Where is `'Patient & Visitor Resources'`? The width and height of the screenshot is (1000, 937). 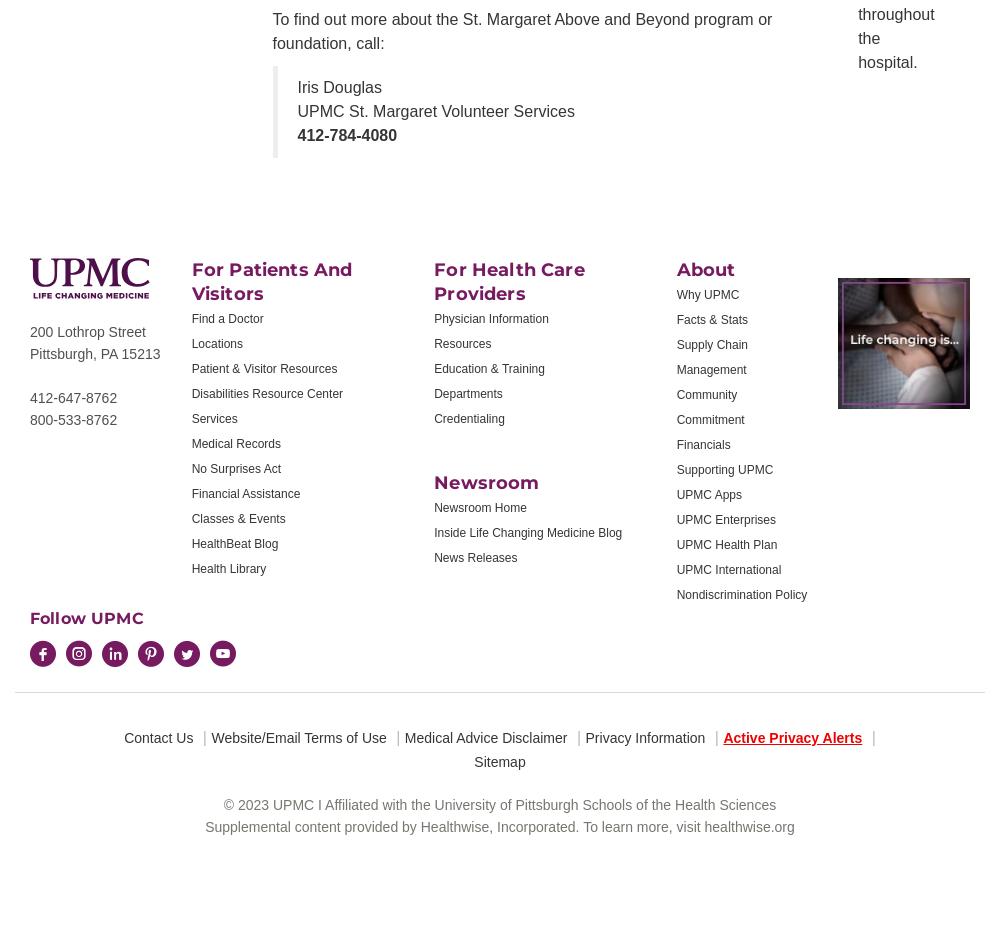 'Patient & Visitor Resources' is located at coordinates (264, 367).